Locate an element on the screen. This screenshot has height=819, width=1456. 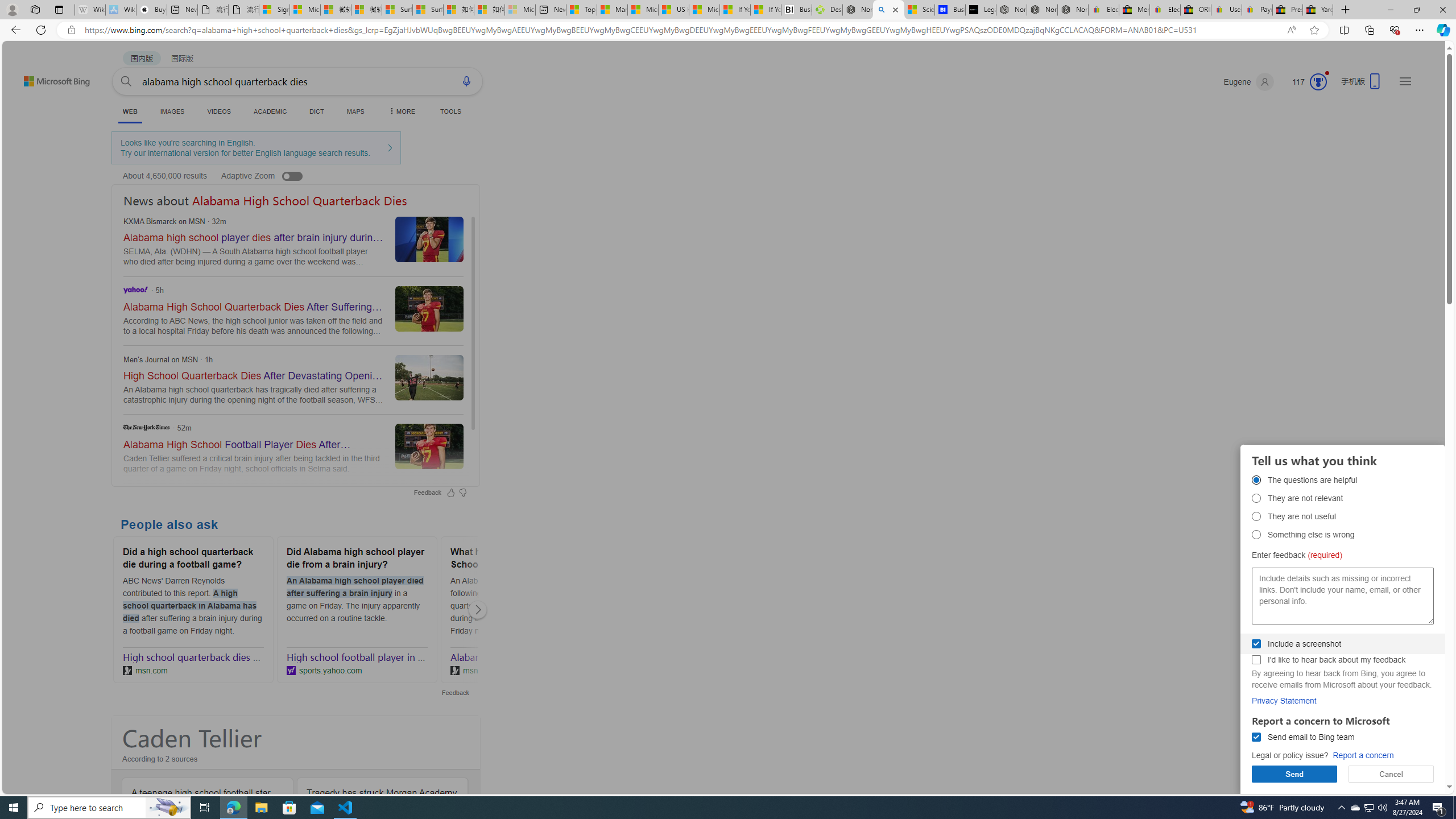
'Send email to Bing team Send email to Bing team' is located at coordinates (1256, 737).